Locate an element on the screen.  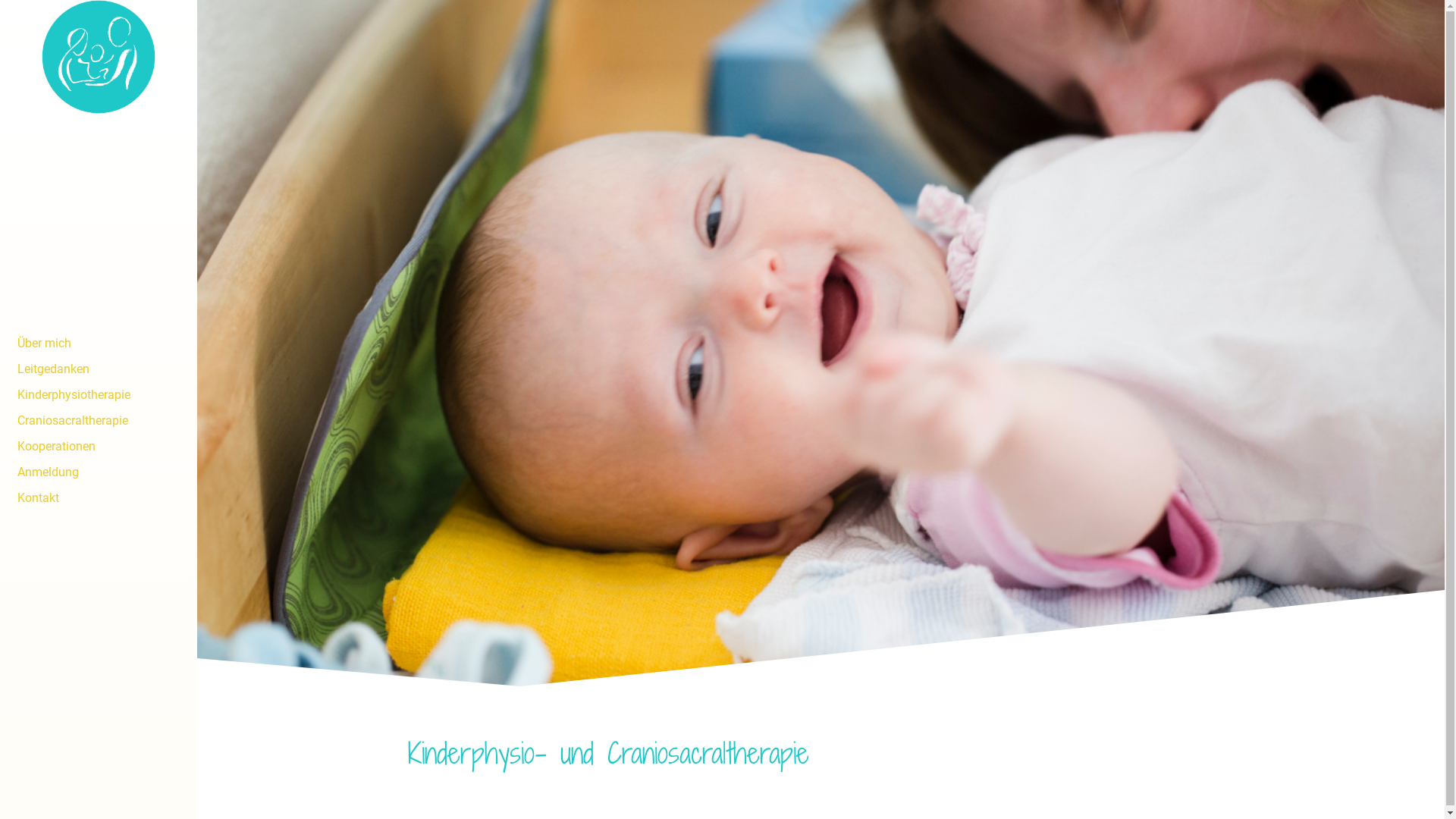
'Kontakt' is located at coordinates (97, 497).